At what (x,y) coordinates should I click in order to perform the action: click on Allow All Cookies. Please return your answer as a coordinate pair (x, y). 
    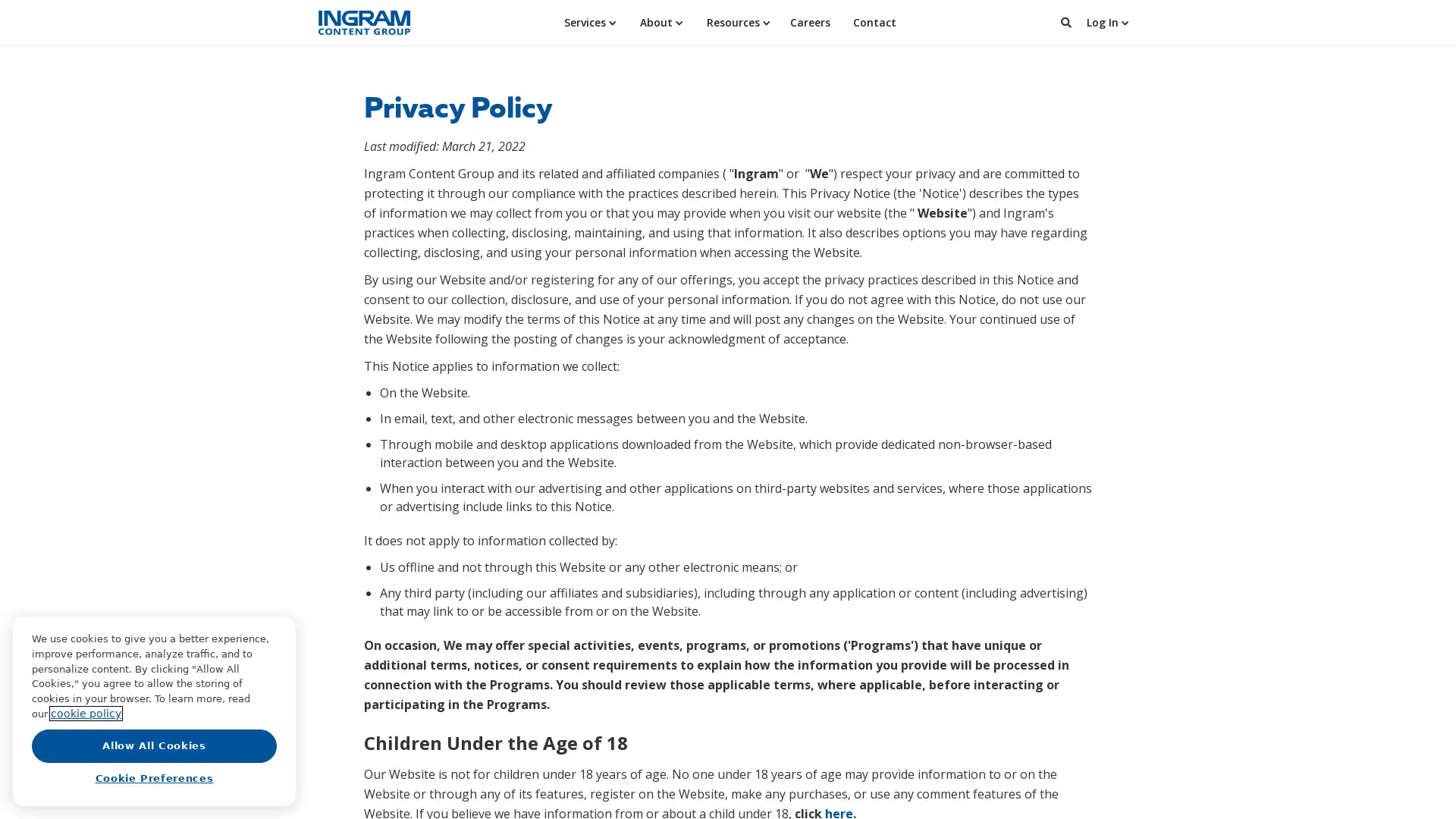
    Looking at the image, I should click on (154, 745).